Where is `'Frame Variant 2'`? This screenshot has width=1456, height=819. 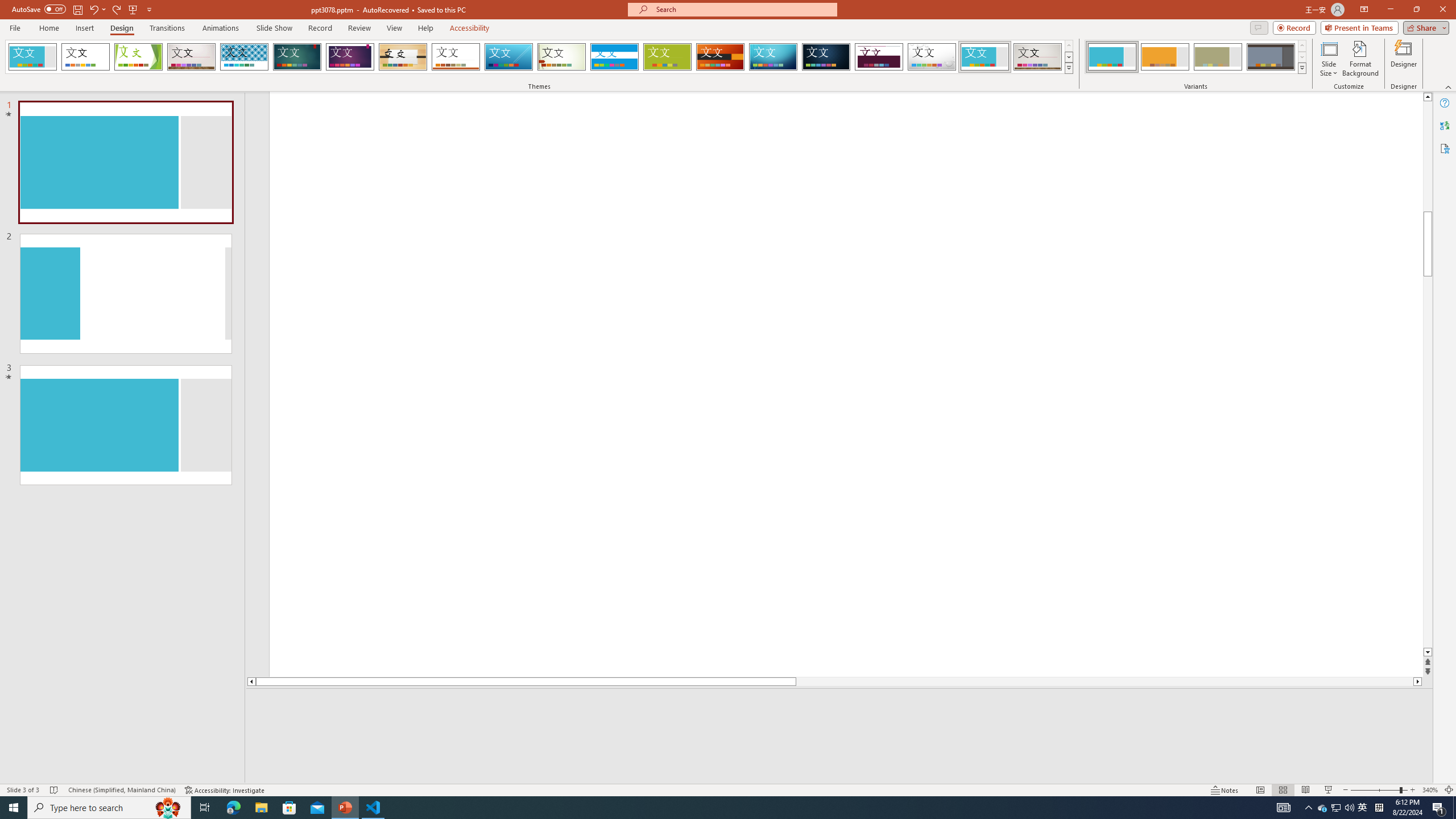
'Frame Variant 2' is located at coordinates (1164, 56).